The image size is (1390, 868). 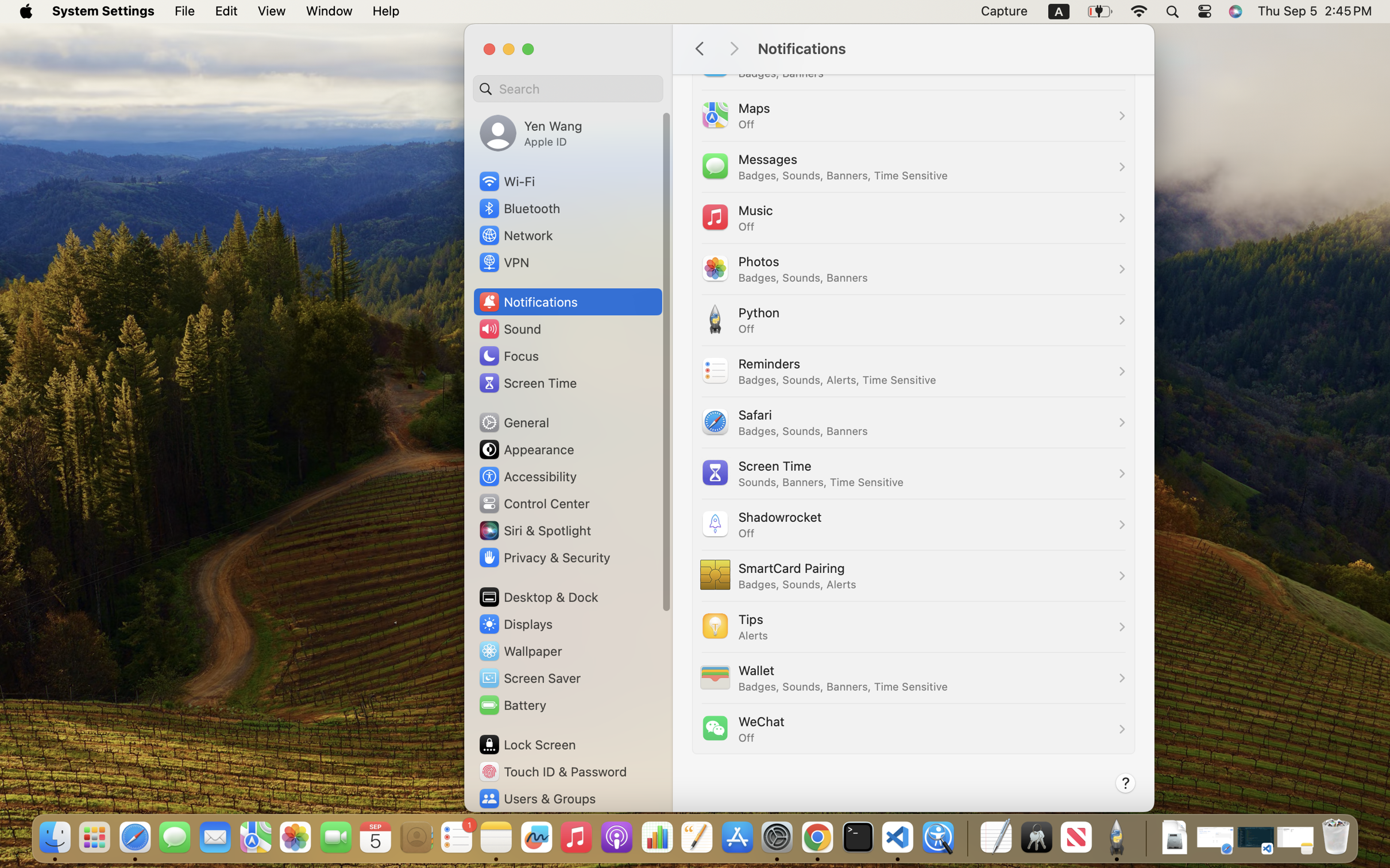 What do you see at coordinates (509, 328) in the screenshot?
I see `'Sound'` at bounding box center [509, 328].